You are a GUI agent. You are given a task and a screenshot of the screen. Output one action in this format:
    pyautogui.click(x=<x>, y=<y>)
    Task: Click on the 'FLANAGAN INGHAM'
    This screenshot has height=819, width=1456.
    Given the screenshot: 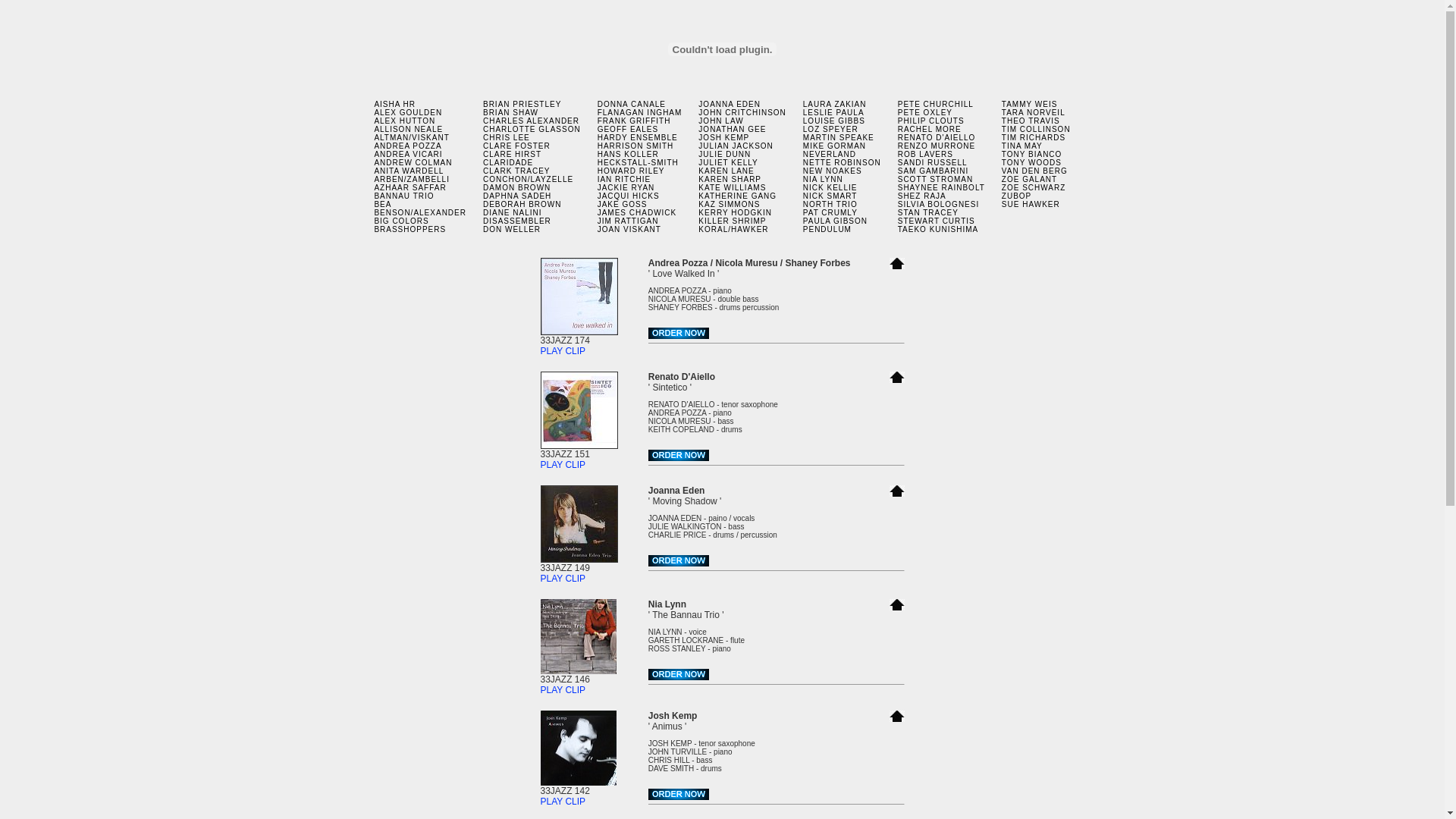 What is the action you would take?
    pyautogui.click(x=596, y=111)
    